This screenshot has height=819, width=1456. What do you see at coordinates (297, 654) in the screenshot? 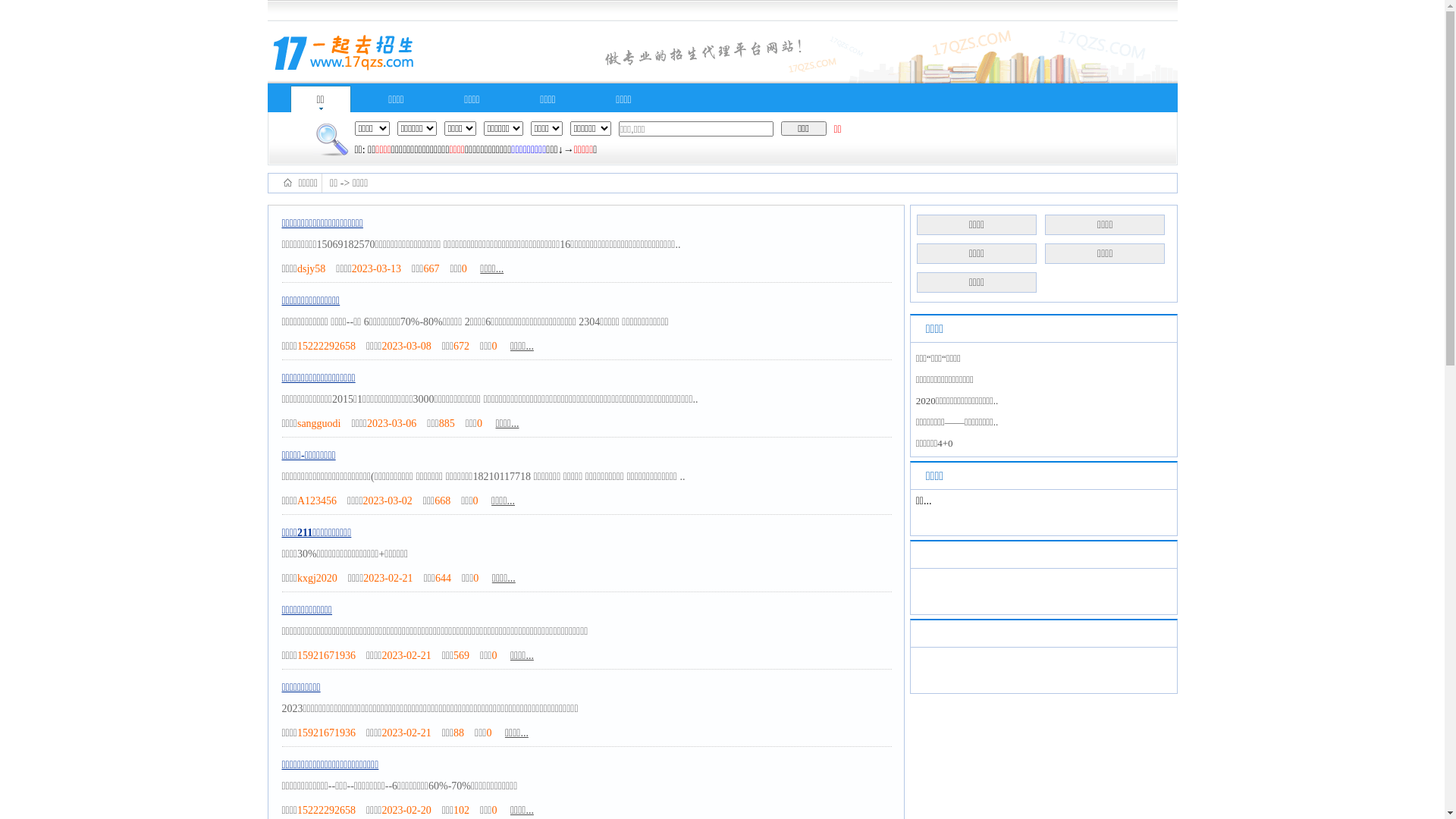
I see `'15921671936'` at bounding box center [297, 654].